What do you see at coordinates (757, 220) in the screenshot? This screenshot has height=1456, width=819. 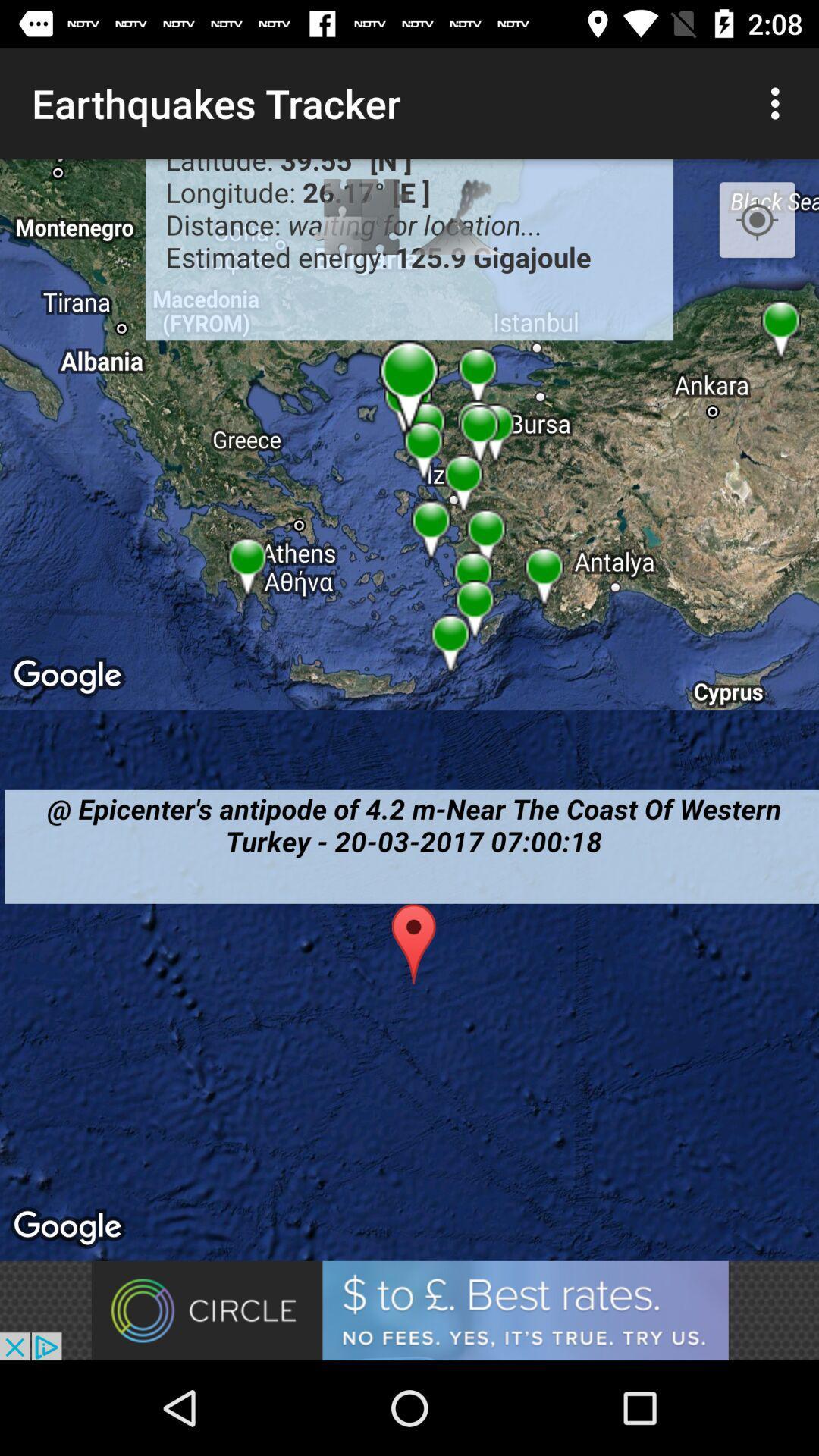 I see `the location_crosshair icon` at bounding box center [757, 220].